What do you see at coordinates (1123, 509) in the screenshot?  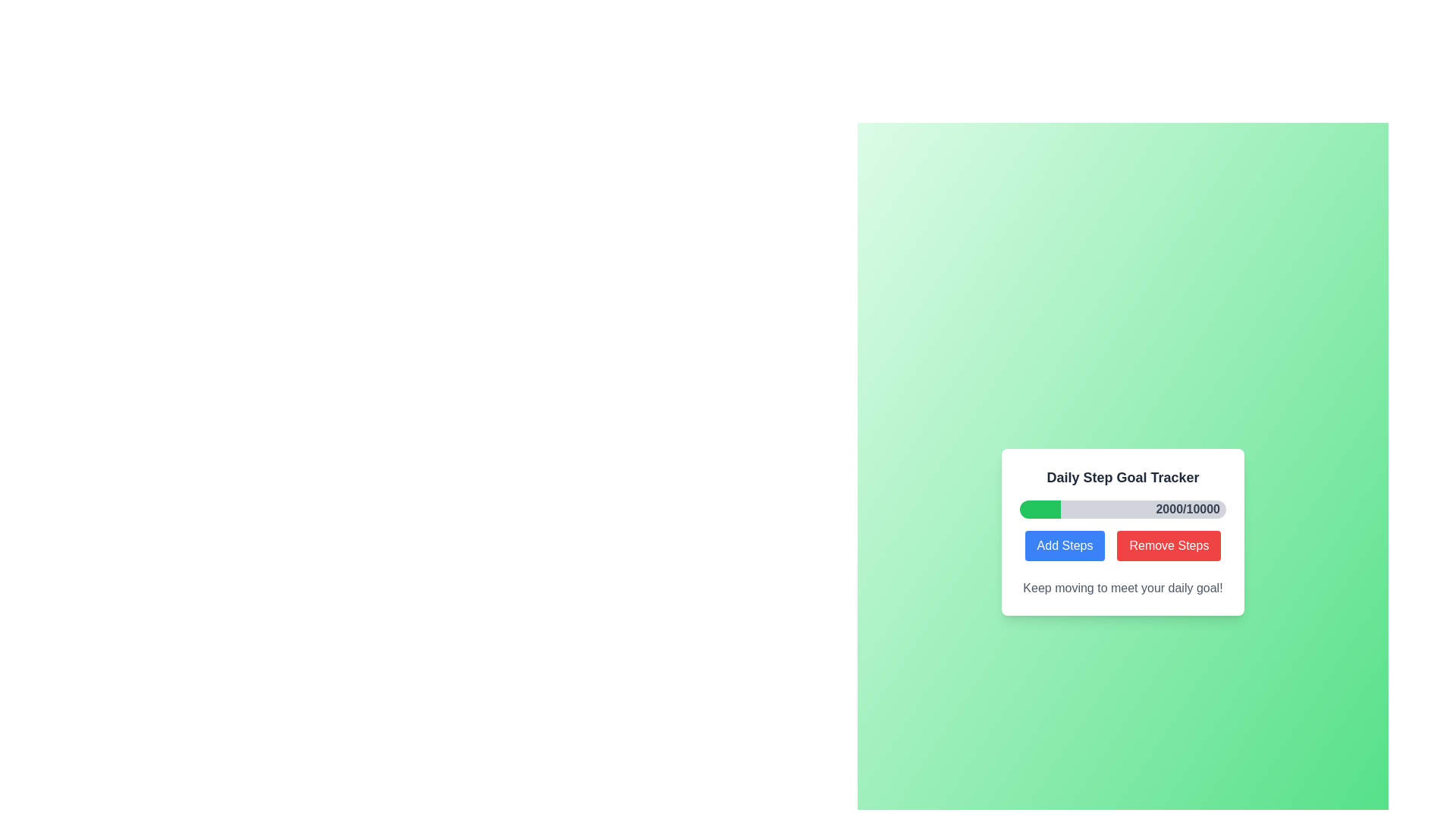 I see `the progress bar located below the 'Daily Step Goal Tracker' title, which has a green filled section and displays the current and target values ('2000/10000')` at bounding box center [1123, 509].